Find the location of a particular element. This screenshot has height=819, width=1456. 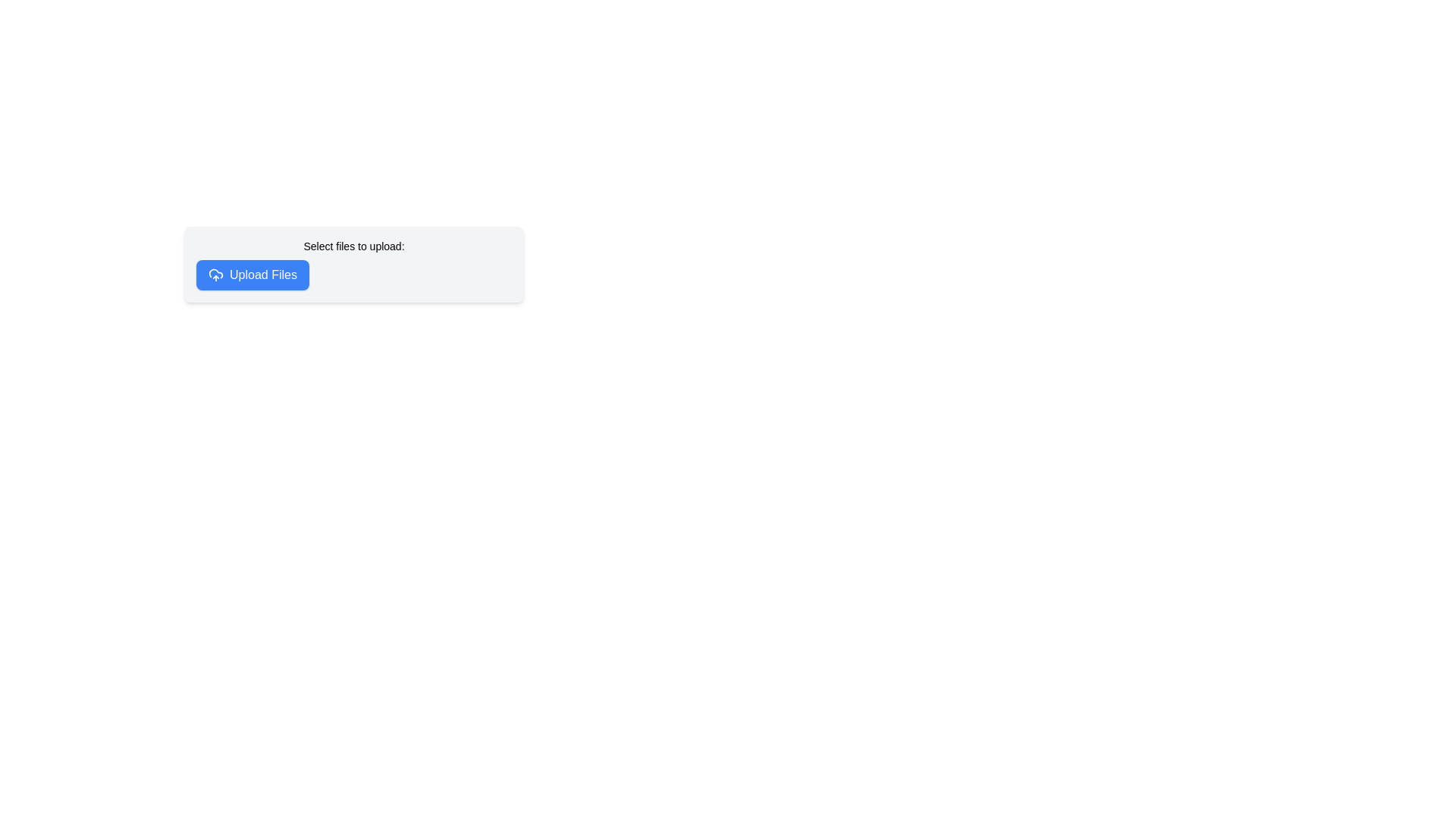

the label that reads 'Select files to upload:', which is displayed in bold and smaller font size, located directly above the 'Upload Files' button is located at coordinates (353, 245).